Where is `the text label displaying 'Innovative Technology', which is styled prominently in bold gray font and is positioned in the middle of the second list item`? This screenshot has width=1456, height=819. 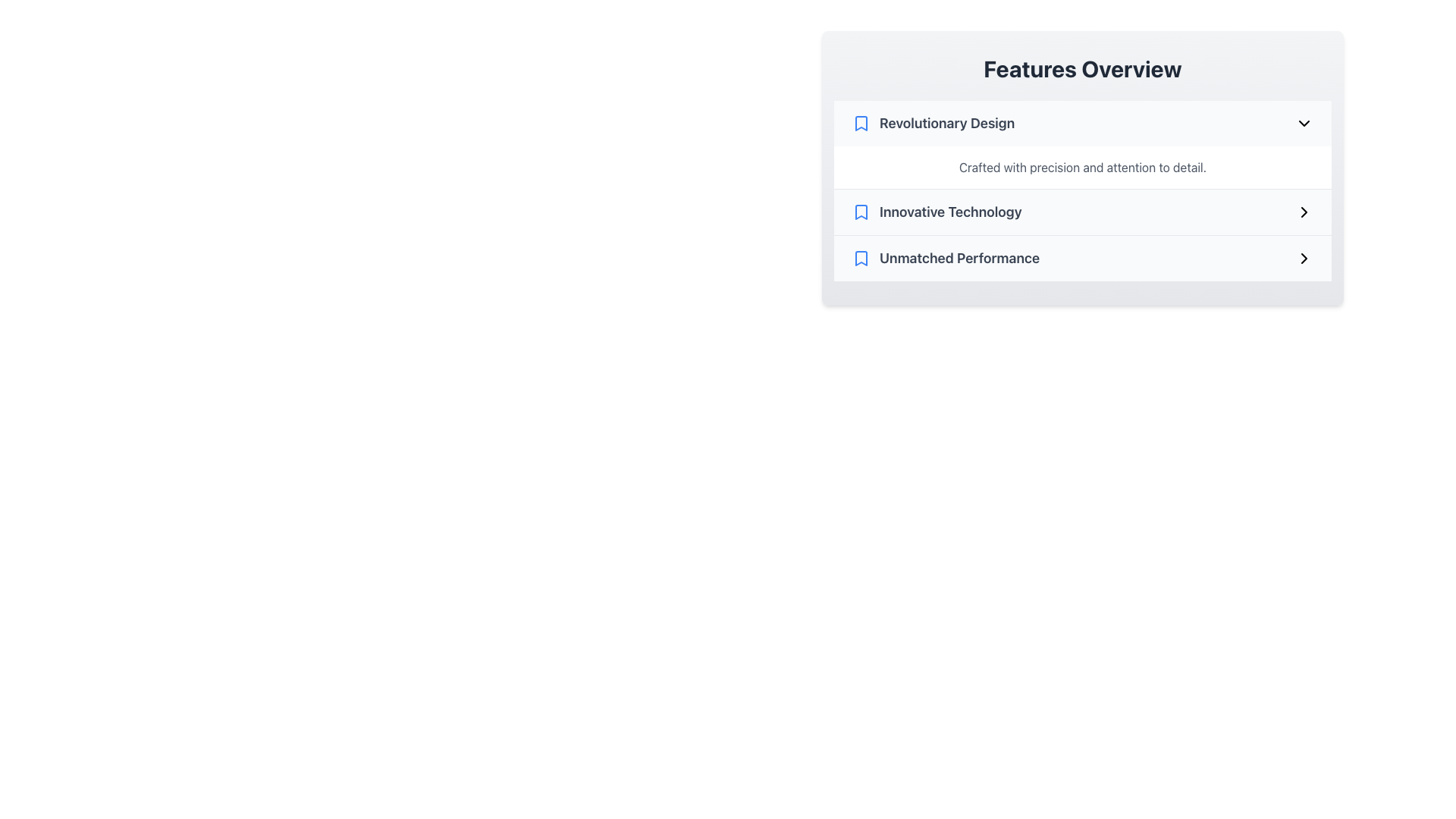
the text label displaying 'Innovative Technology', which is styled prominently in bold gray font and is positioned in the middle of the second list item is located at coordinates (949, 212).